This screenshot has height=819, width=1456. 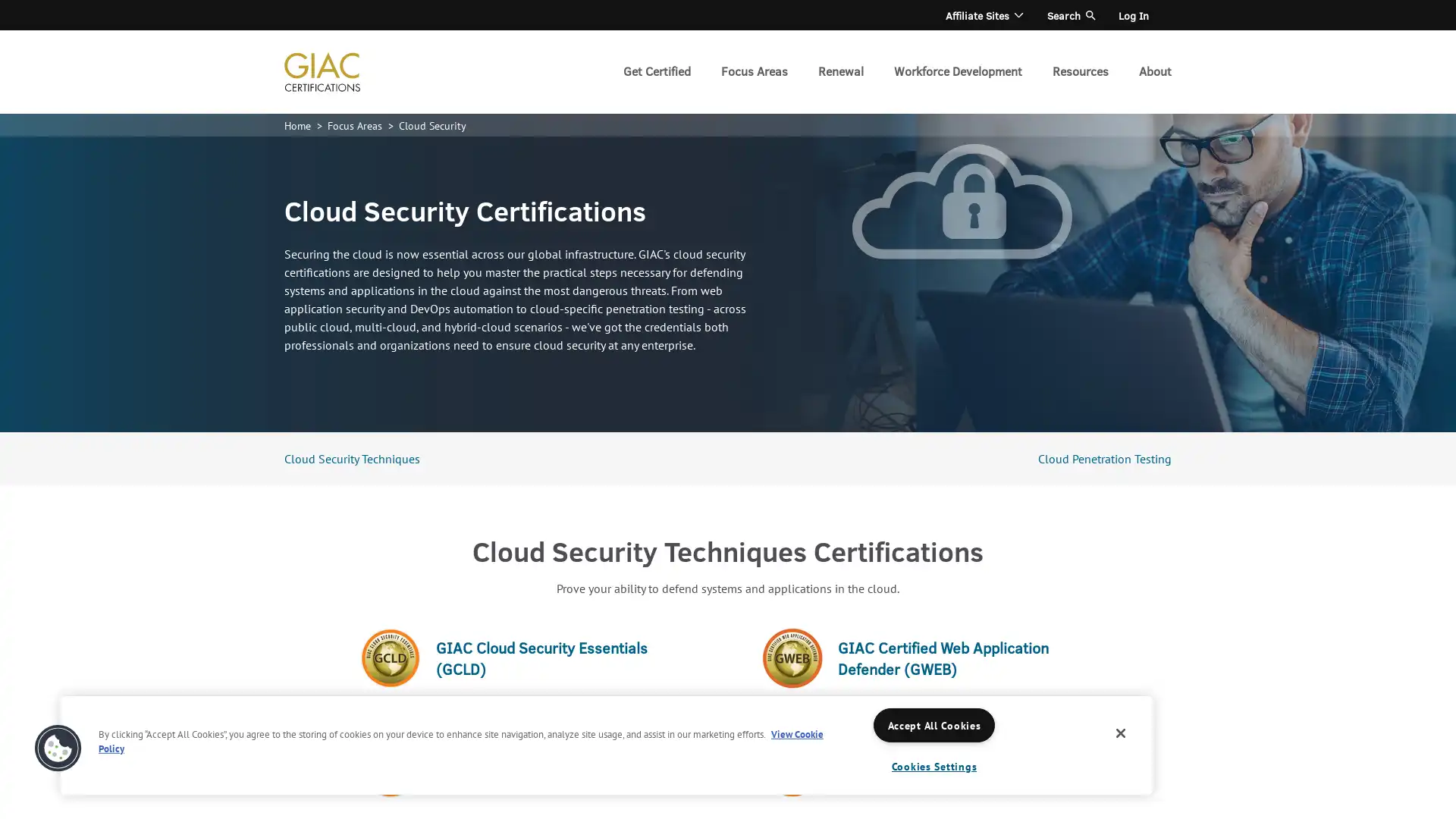 What do you see at coordinates (58, 748) in the screenshot?
I see `Cookies` at bounding box center [58, 748].